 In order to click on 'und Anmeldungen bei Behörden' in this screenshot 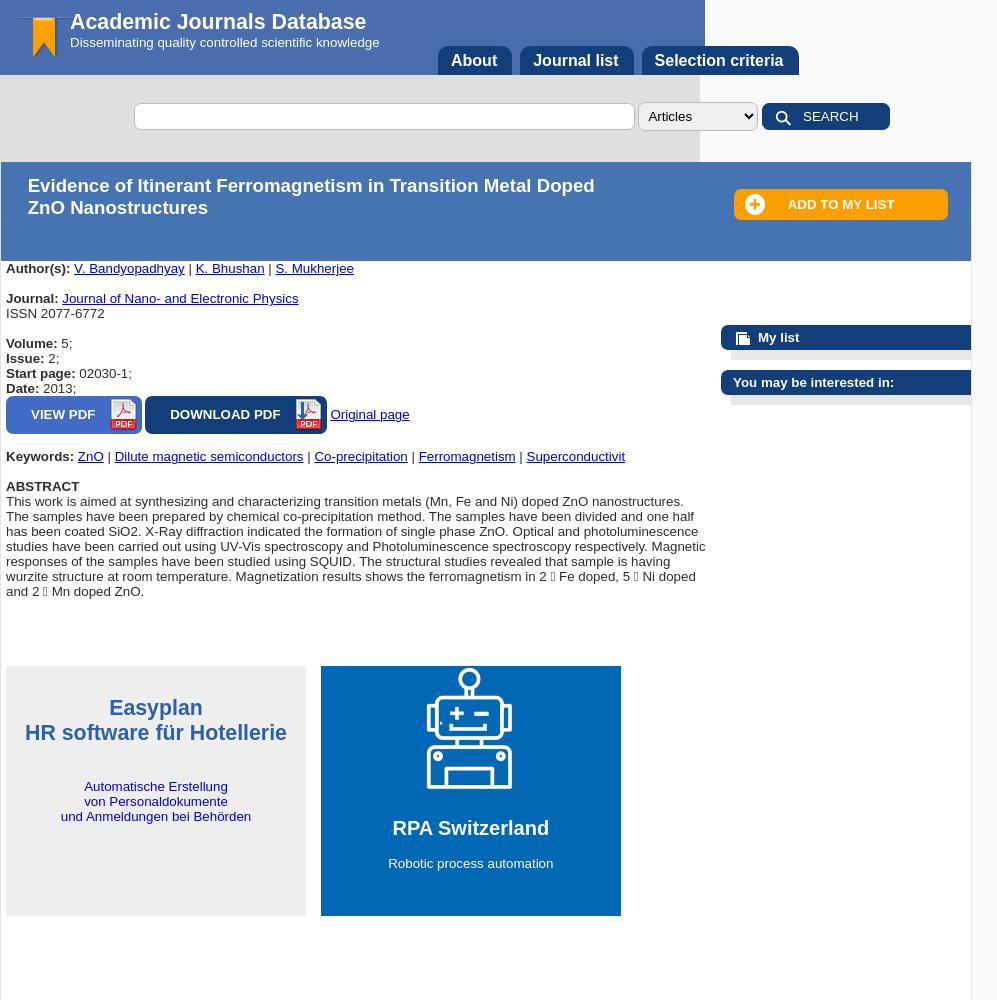, I will do `click(154, 815)`.